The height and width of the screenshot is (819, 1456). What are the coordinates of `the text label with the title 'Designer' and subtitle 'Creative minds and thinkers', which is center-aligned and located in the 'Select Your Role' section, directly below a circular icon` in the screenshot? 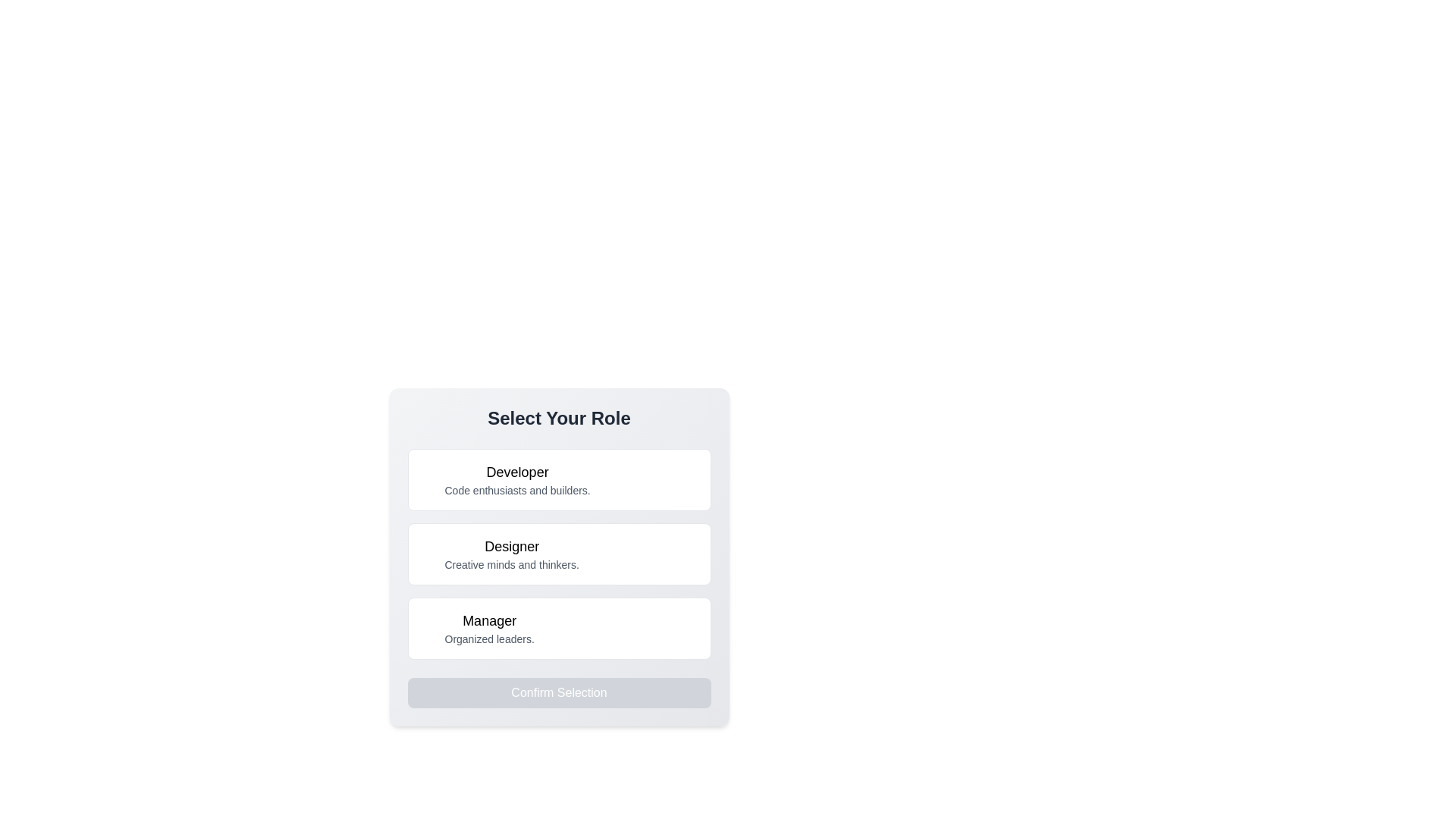 It's located at (512, 554).